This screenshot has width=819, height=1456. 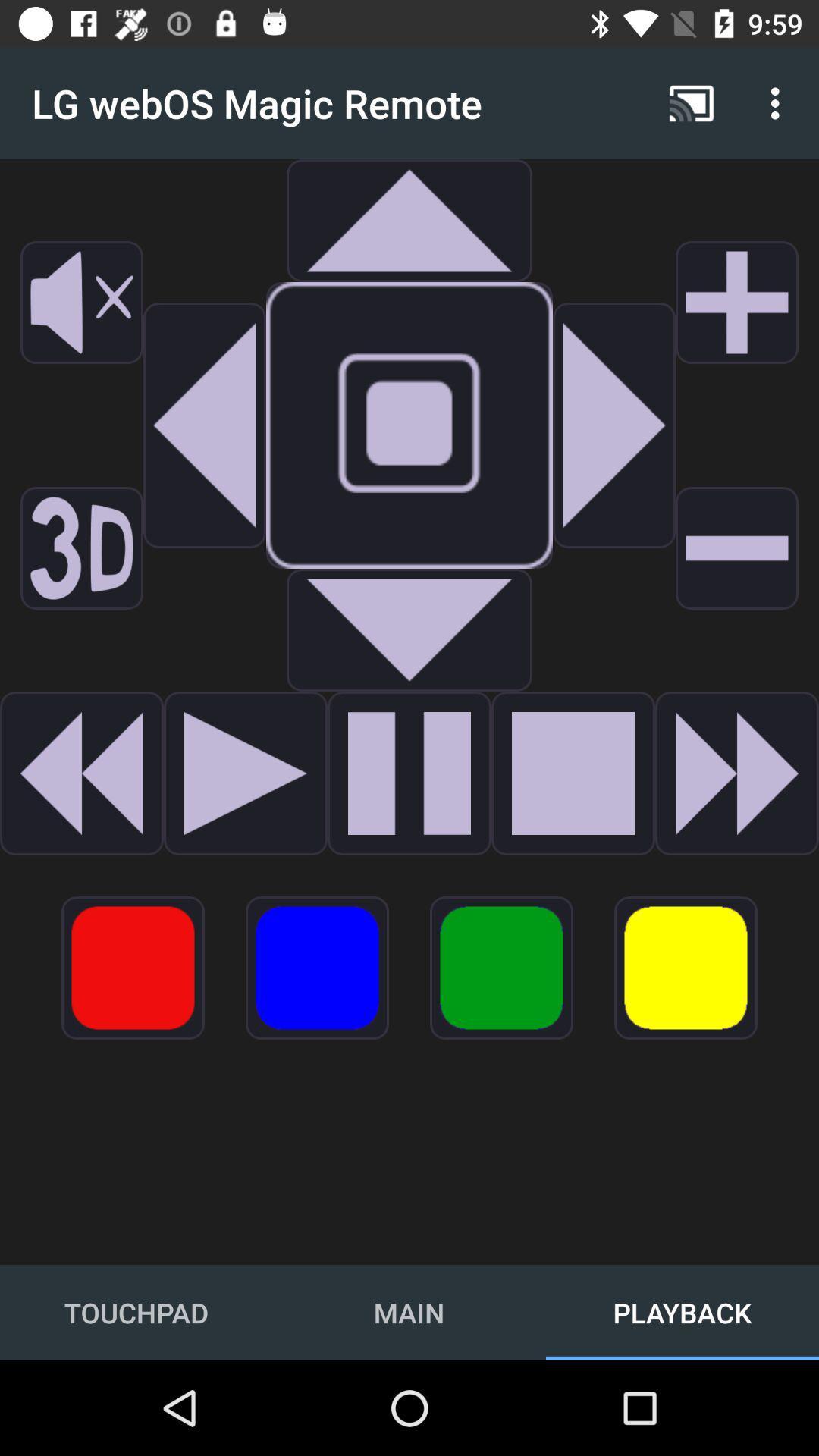 What do you see at coordinates (82, 302) in the screenshot?
I see `mute sound` at bounding box center [82, 302].